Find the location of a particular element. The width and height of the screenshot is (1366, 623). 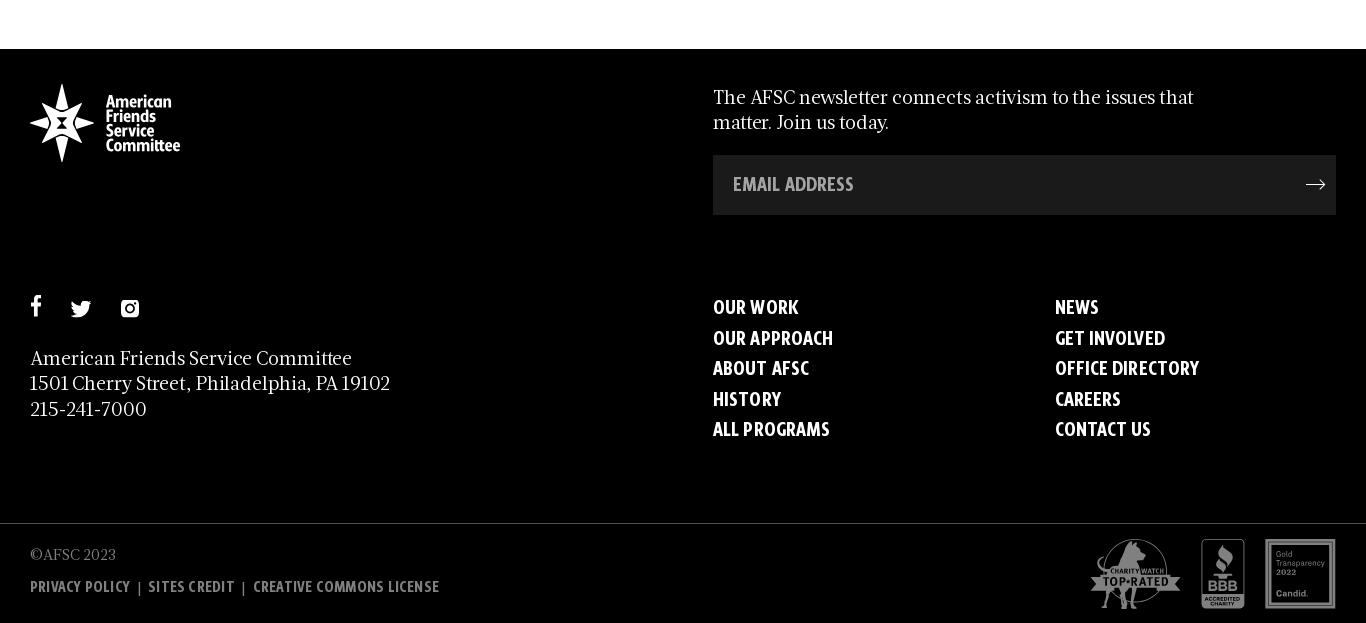

'The AFSC newsletter connects activism to the issues that matter. Join us today.' is located at coordinates (953, 107).